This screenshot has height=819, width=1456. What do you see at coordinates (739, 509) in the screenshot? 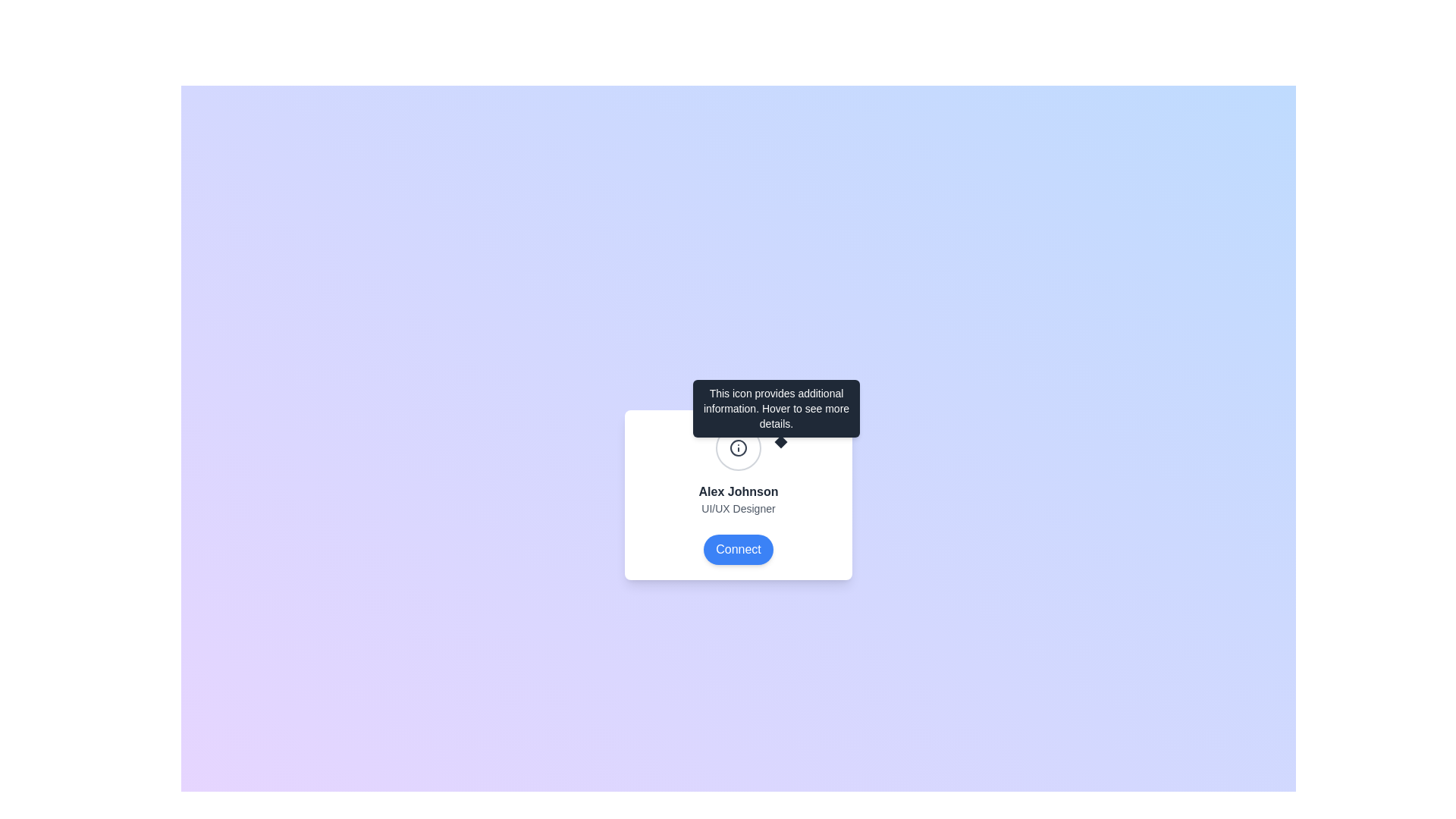
I see `the text label indicating the profession or role associated with 'Alex Johnson', which is positioned below the name and above the 'Connect' button` at bounding box center [739, 509].